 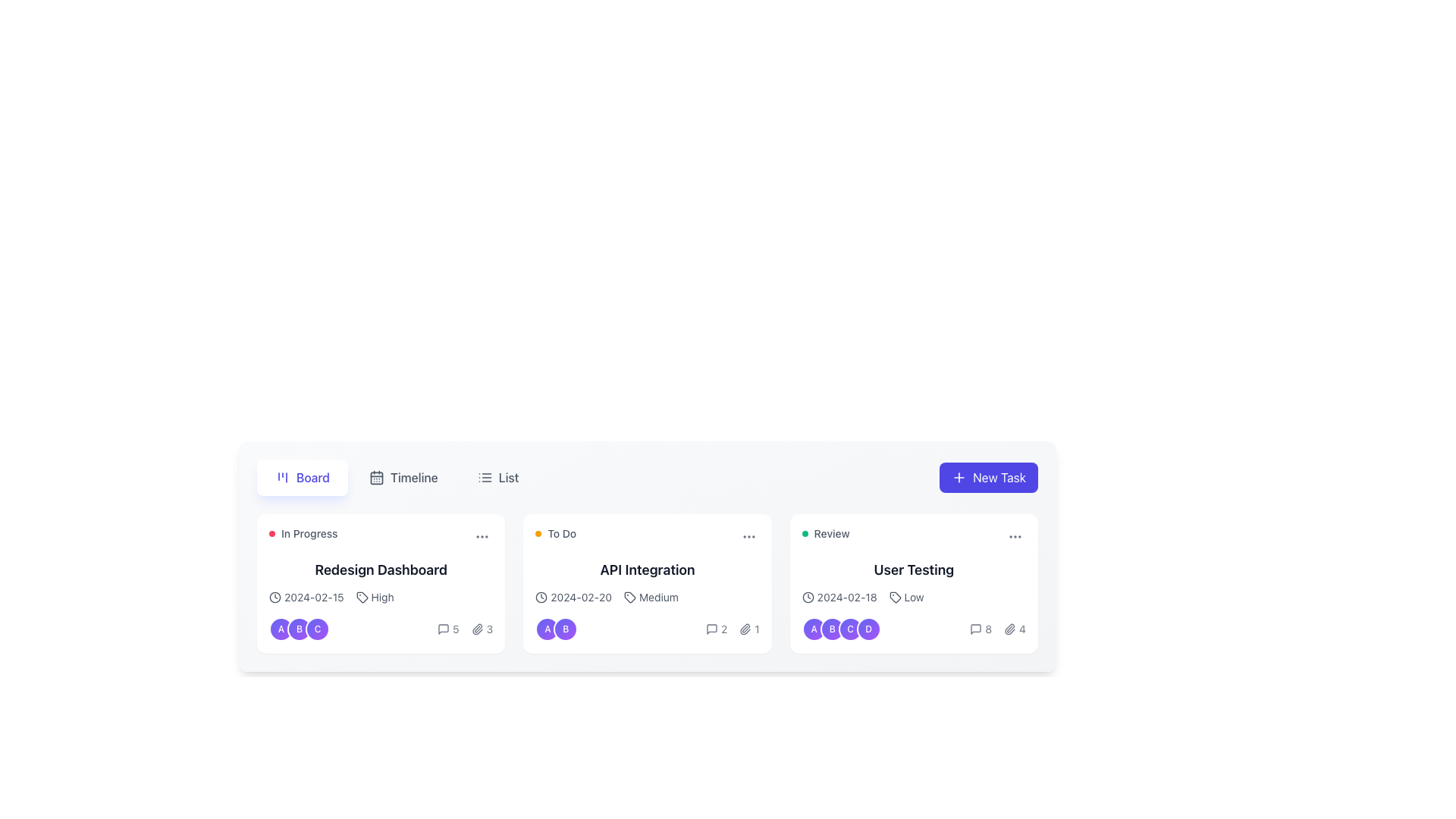 I want to click on the text label displaying '2024-02-15' located in the bottom-left section of the 'Redesign Dashboard' card, adjacent to the clock icon, so click(x=313, y=596).